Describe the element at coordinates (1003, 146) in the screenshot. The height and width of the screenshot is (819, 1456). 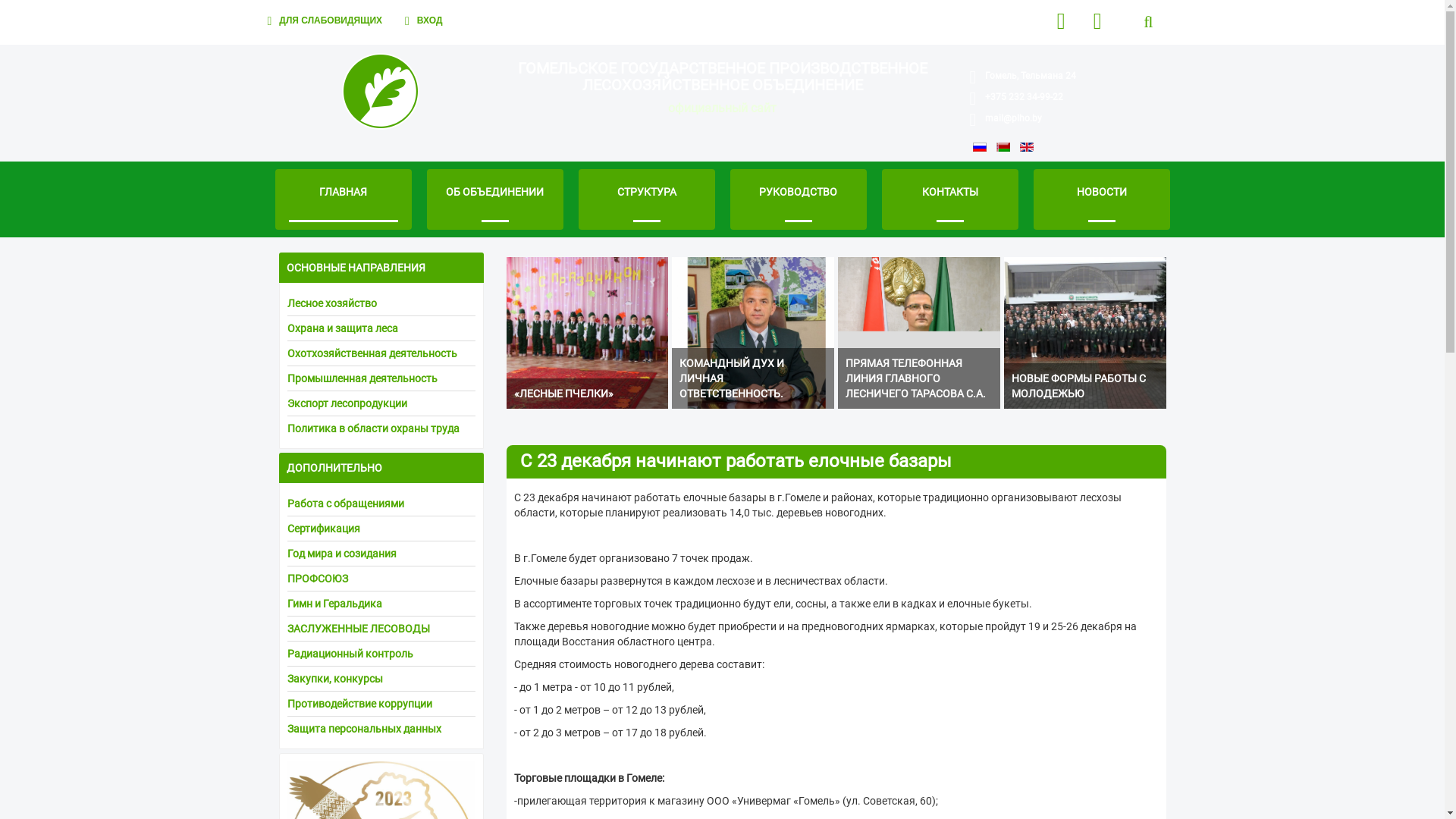
I see `'Belarusian (be-BY)'` at that location.